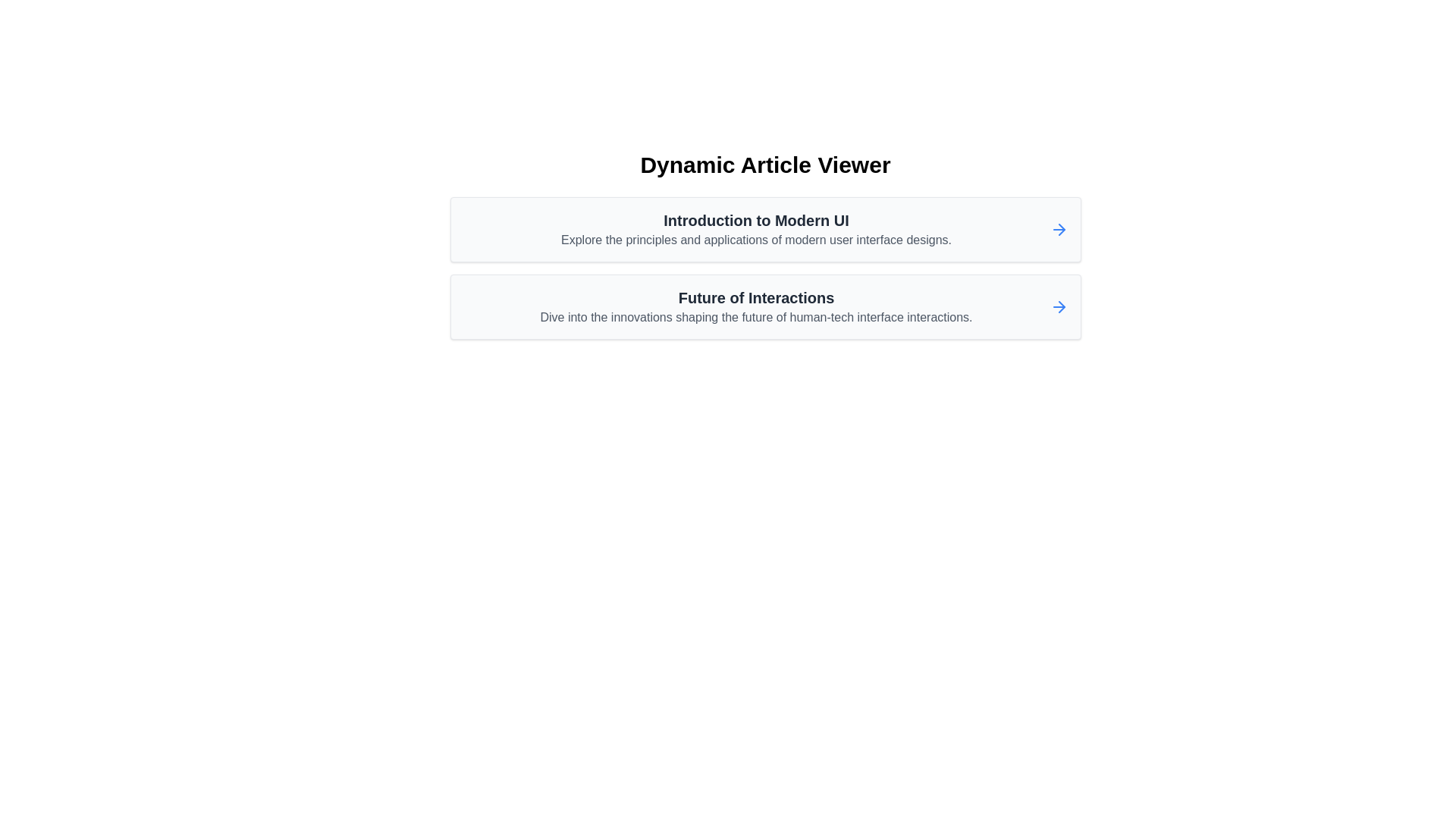 This screenshot has height=819, width=1456. Describe the element at coordinates (756, 298) in the screenshot. I see `text content of the title element for the section introducing 'Future of Interactions', which is located below the section heading 'Introduction to Modern UI'` at that location.